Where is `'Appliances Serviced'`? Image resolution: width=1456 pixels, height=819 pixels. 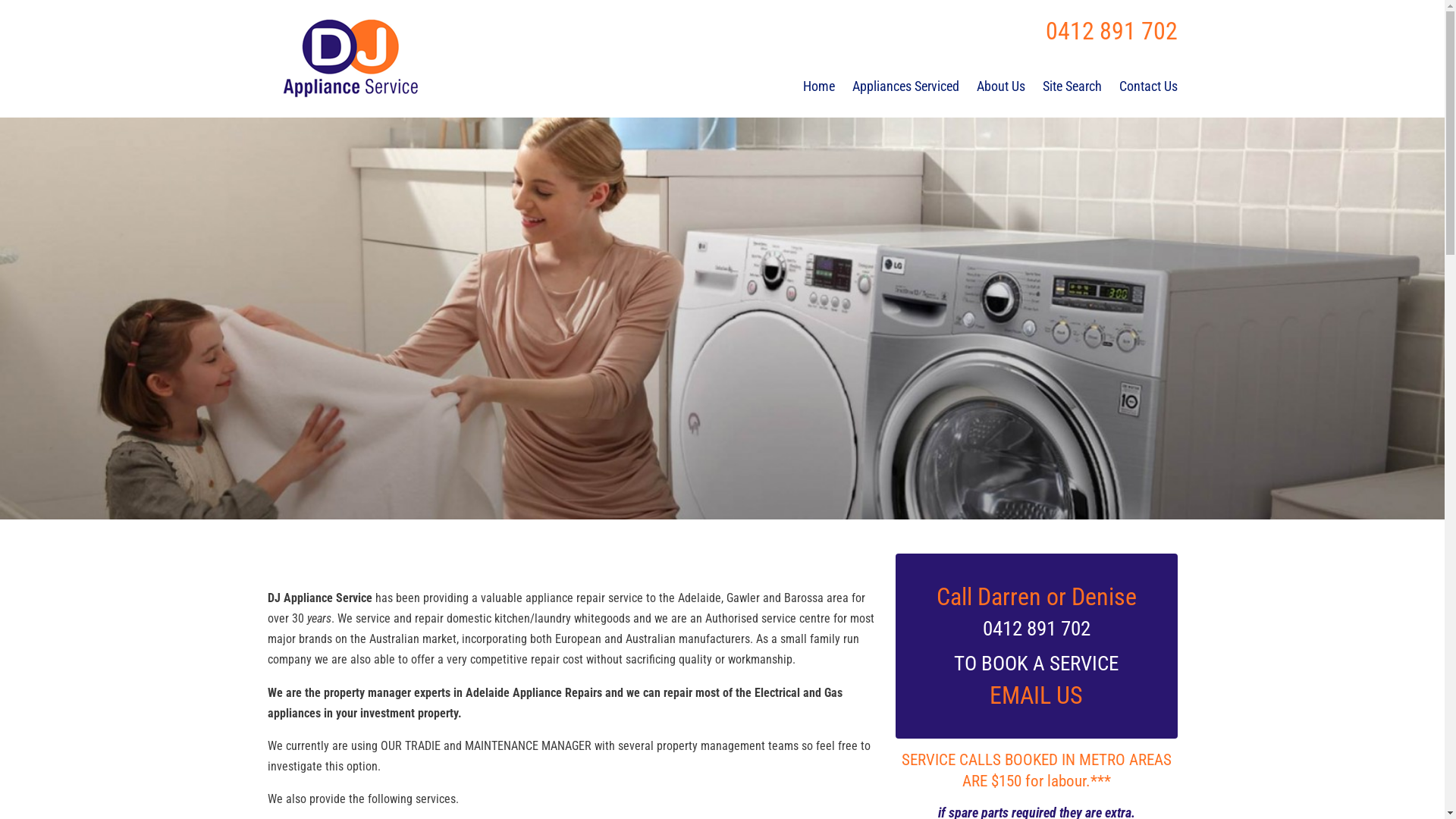
'Appliances Serviced' is located at coordinates (905, 86).